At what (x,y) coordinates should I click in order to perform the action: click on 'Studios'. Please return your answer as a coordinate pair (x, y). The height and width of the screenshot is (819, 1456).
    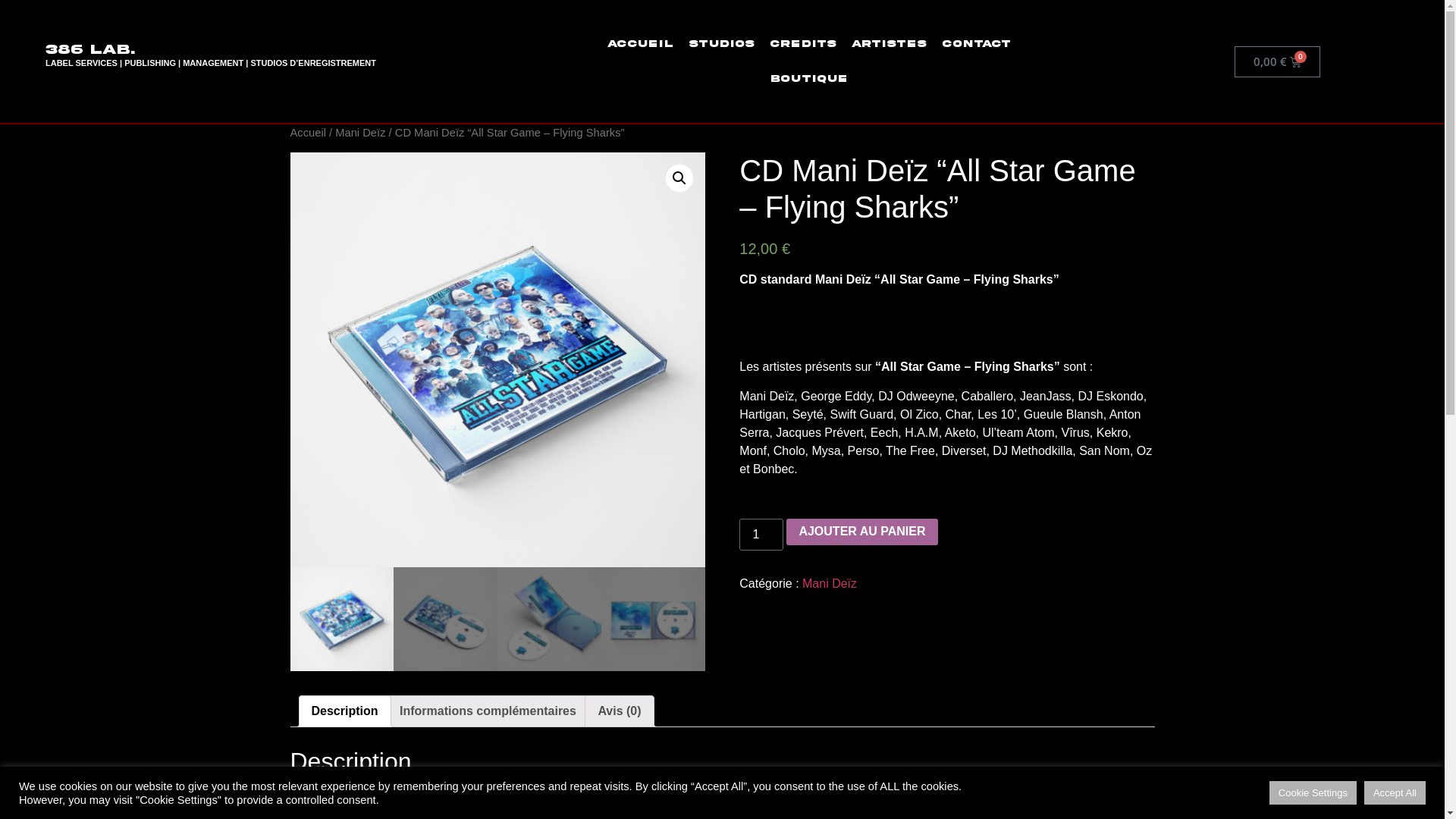
    Looking at the image, I should click on (720, 42).